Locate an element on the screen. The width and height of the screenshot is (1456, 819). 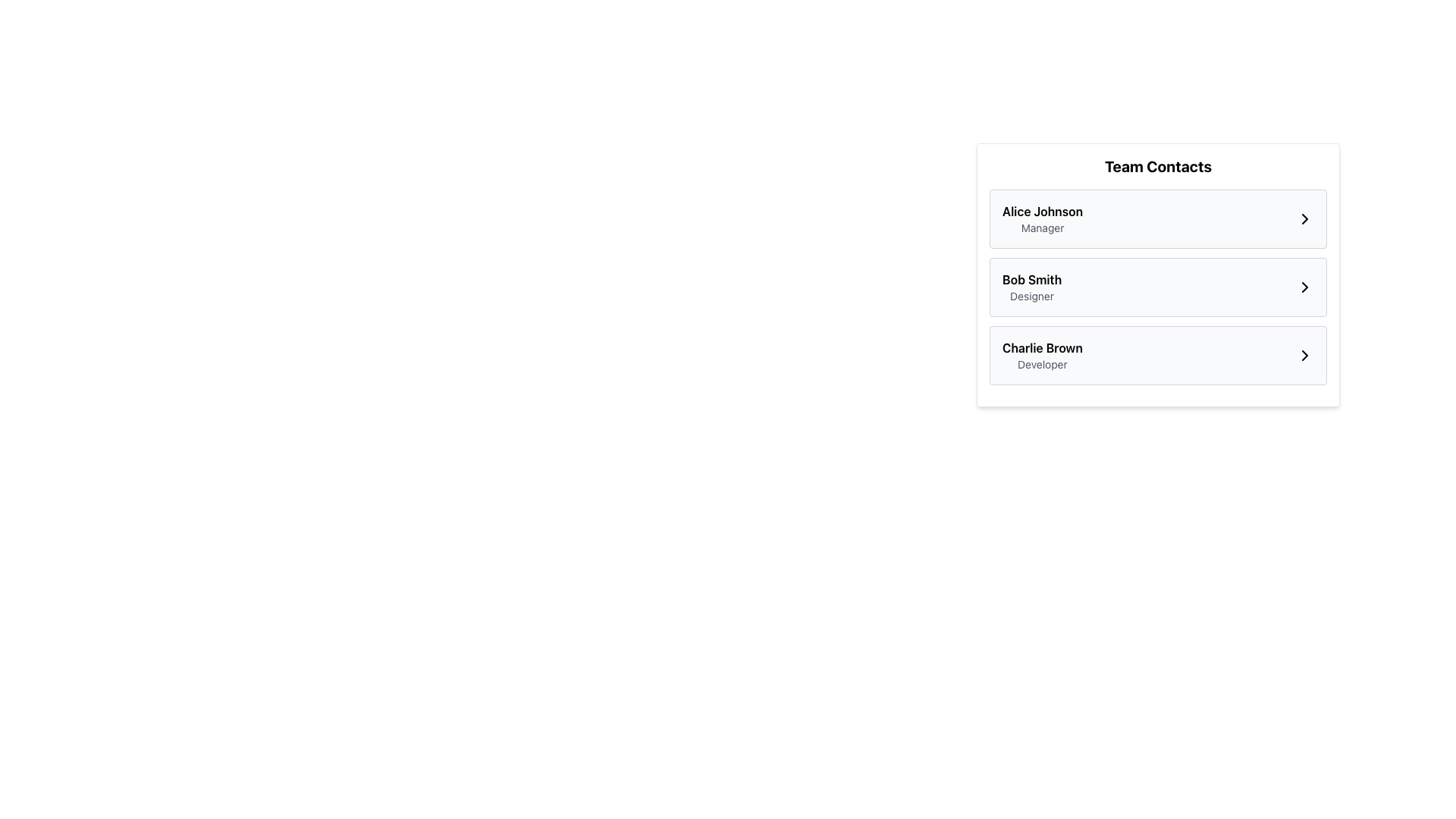
the second entry in the 'Team Contacts' list, which displays the contact information for a team member is located at coordinates (1157, 275).